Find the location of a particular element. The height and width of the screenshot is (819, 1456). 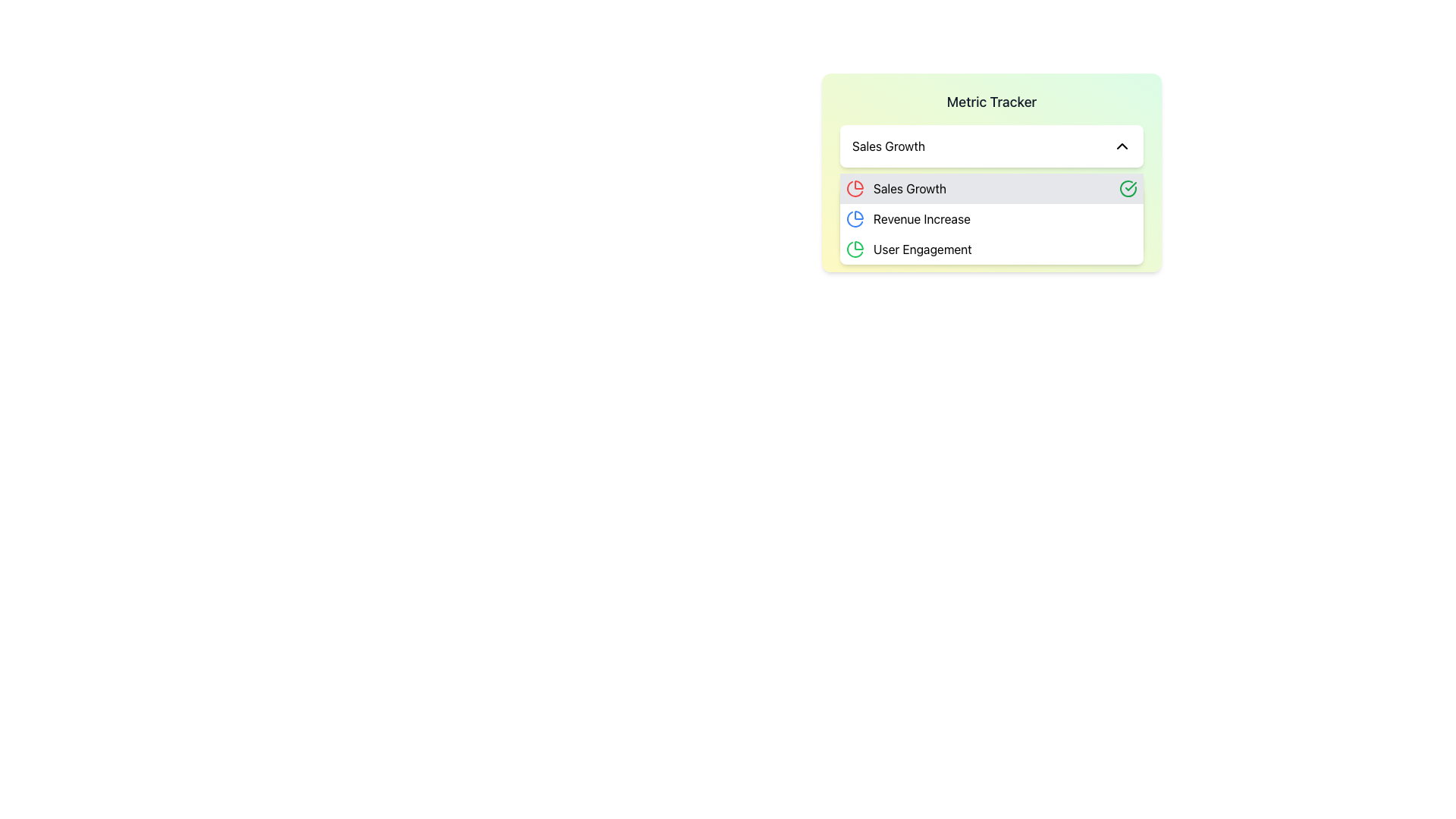

the text label displaying 'User Engagement' in the dropdown menu under 'Metric Tracker' is located at coordinates (921, 248).